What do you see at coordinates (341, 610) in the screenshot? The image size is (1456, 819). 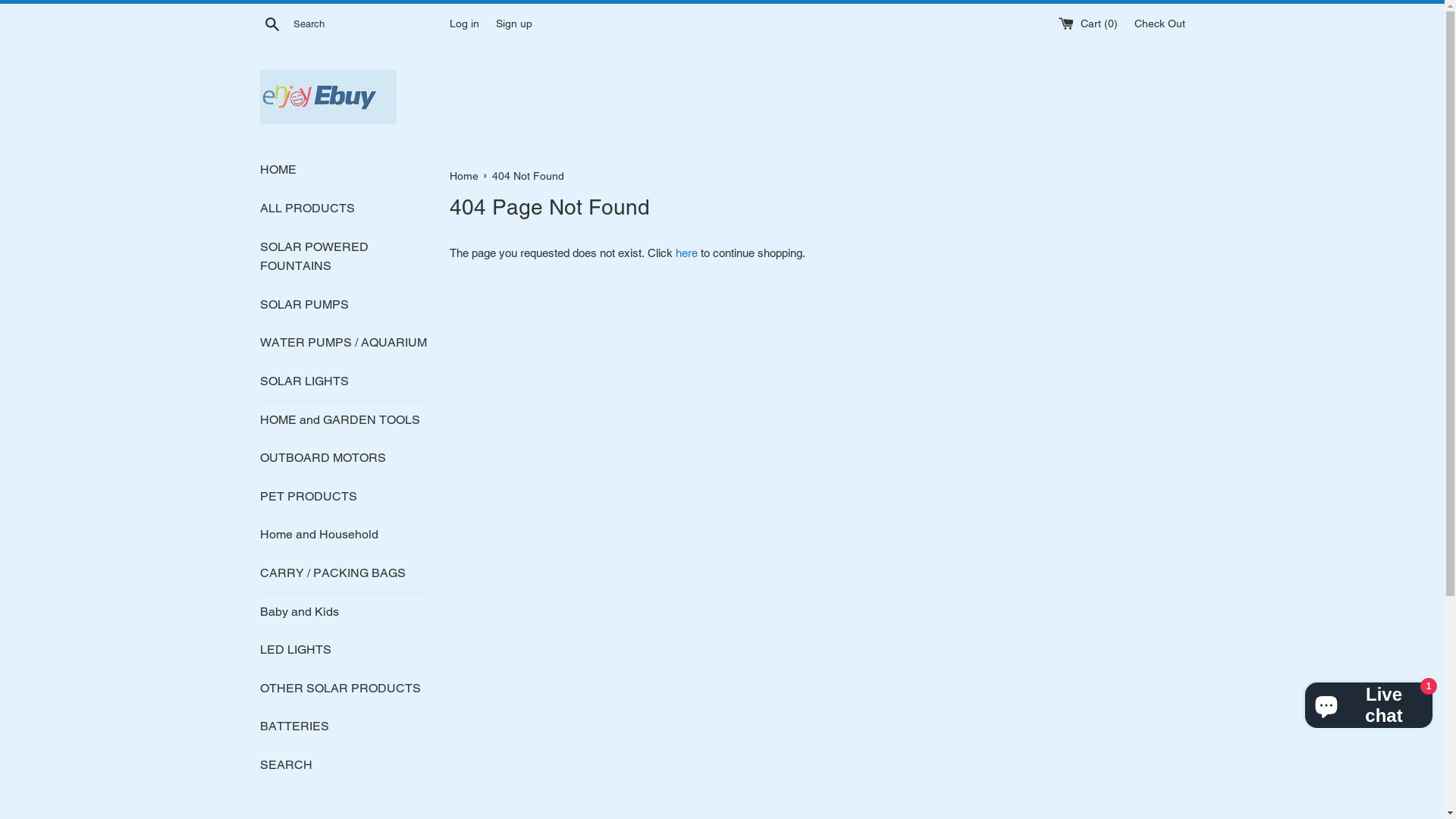 I see `'Baby and Kids'` at bounding box center [341, 610].